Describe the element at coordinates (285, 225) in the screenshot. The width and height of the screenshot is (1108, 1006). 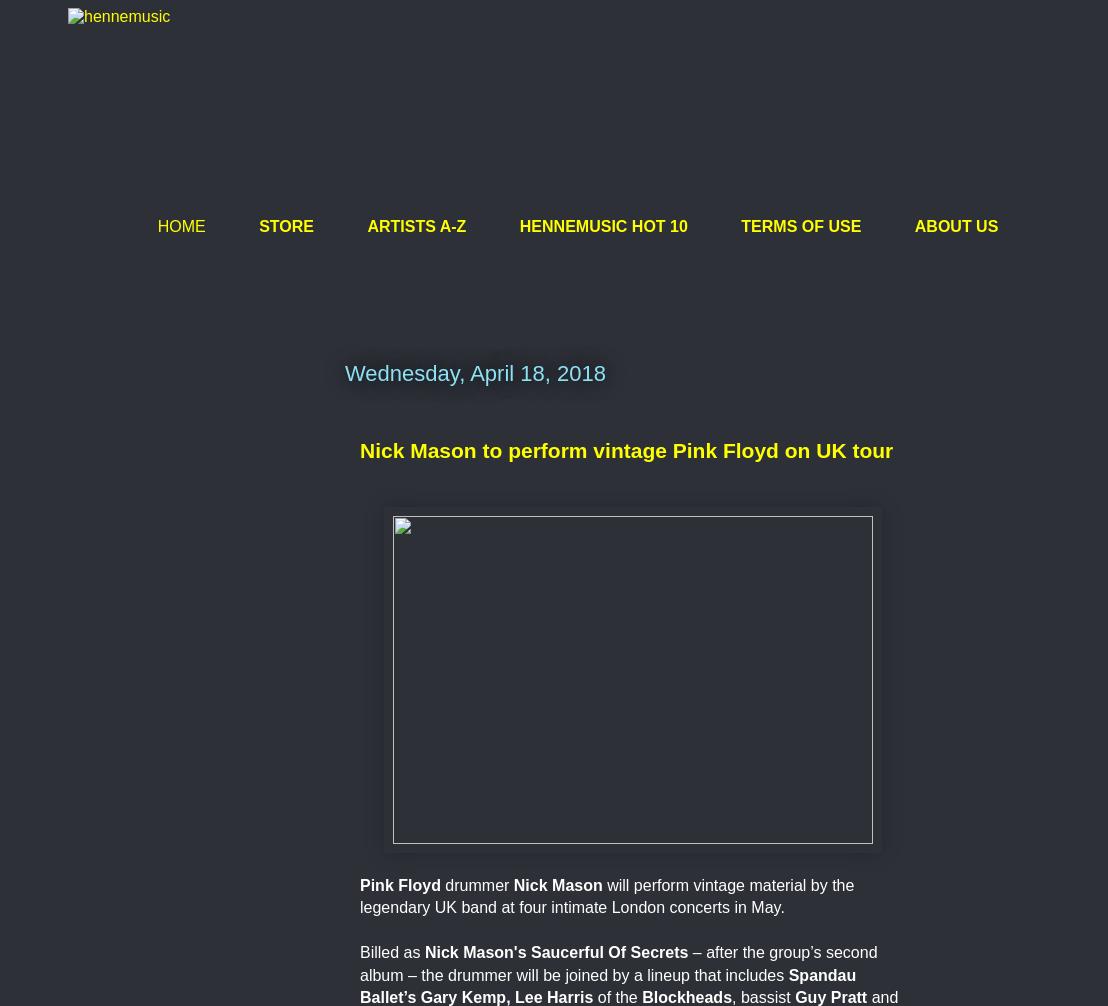
I see `'STORE'` at that location.